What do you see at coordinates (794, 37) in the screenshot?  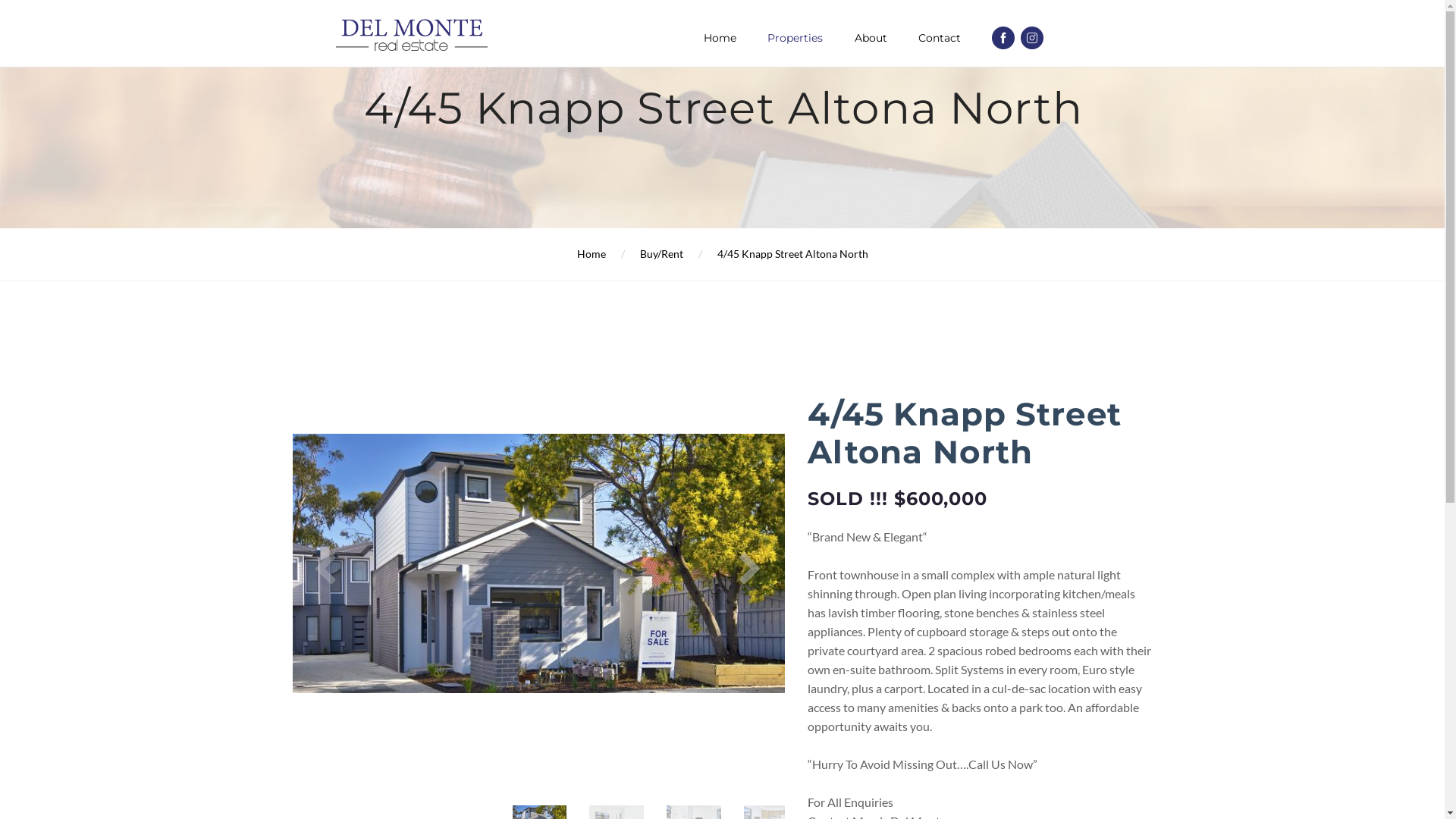 I see `'Properties'` at bounding box center [794, 37].